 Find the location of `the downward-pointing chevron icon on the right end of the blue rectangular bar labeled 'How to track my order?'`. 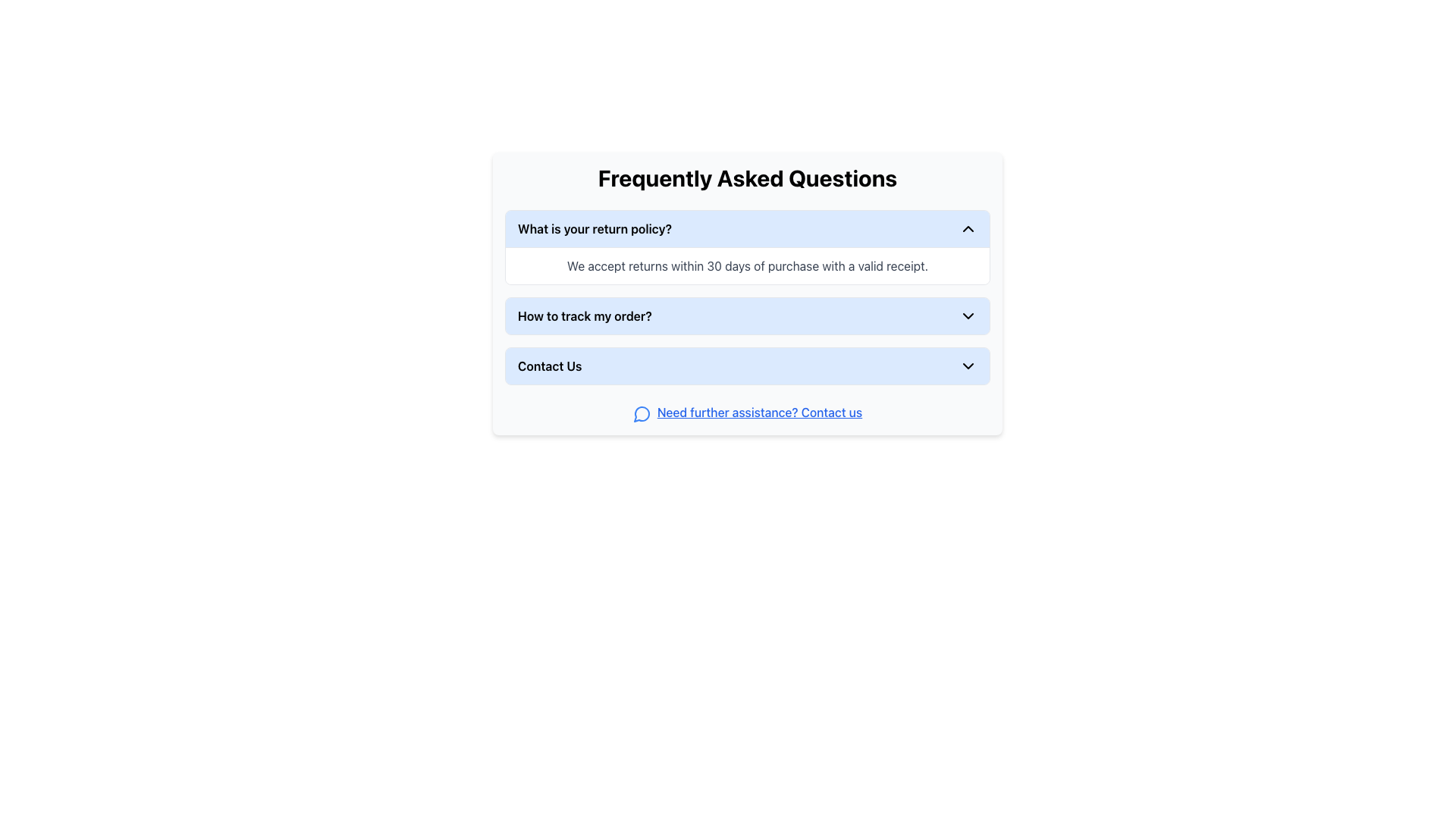

the downward-pointing chevron icon on the right end of the blue rectangular bar labeled 'How to track my order?' is located at coordinates (967, 315).